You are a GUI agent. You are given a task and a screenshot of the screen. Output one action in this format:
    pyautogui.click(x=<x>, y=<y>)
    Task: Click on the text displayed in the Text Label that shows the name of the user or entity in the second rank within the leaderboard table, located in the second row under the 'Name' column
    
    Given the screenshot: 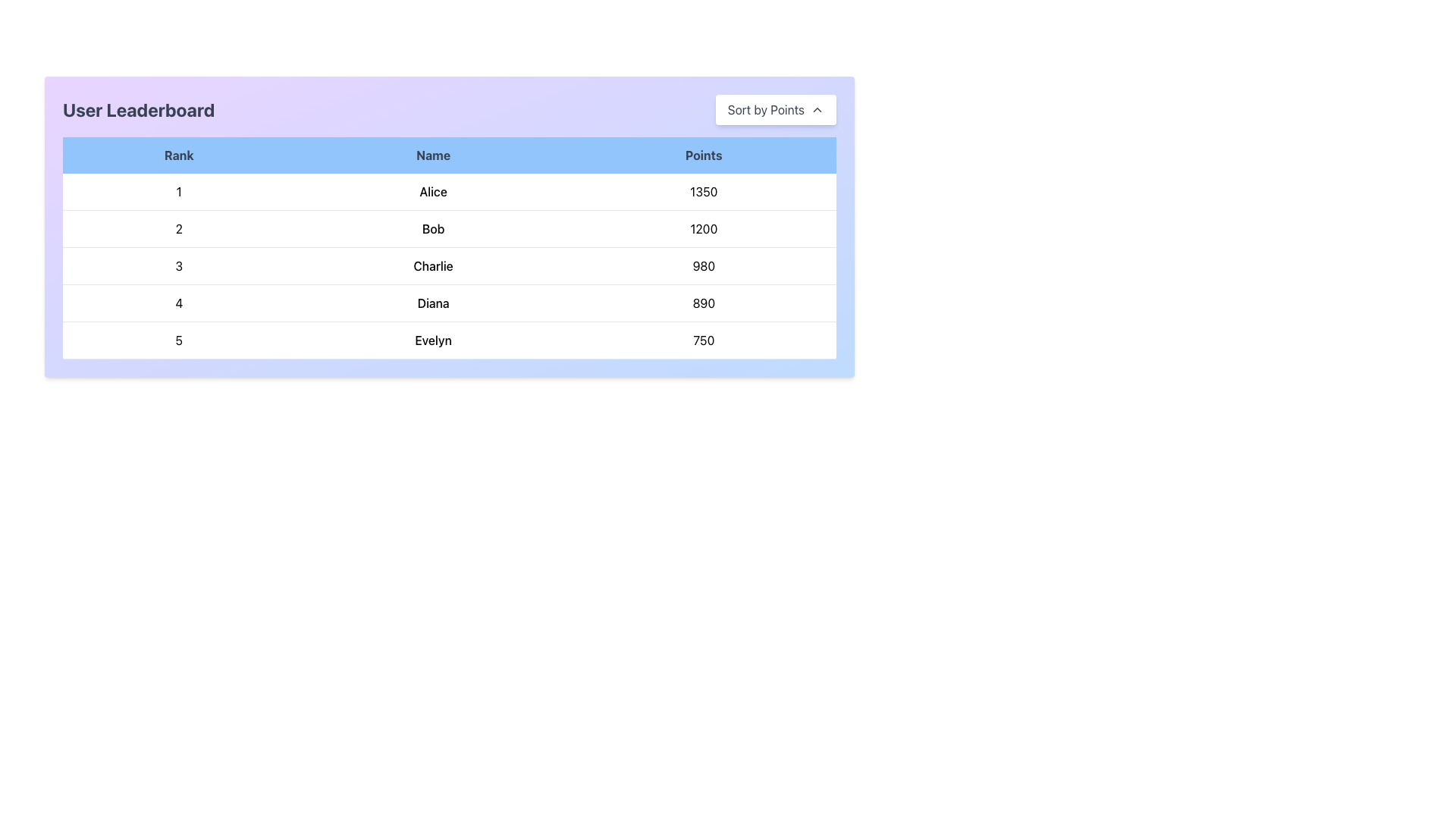 What is the action you would take?
    pyautogui.click(x=432, y=228)
    